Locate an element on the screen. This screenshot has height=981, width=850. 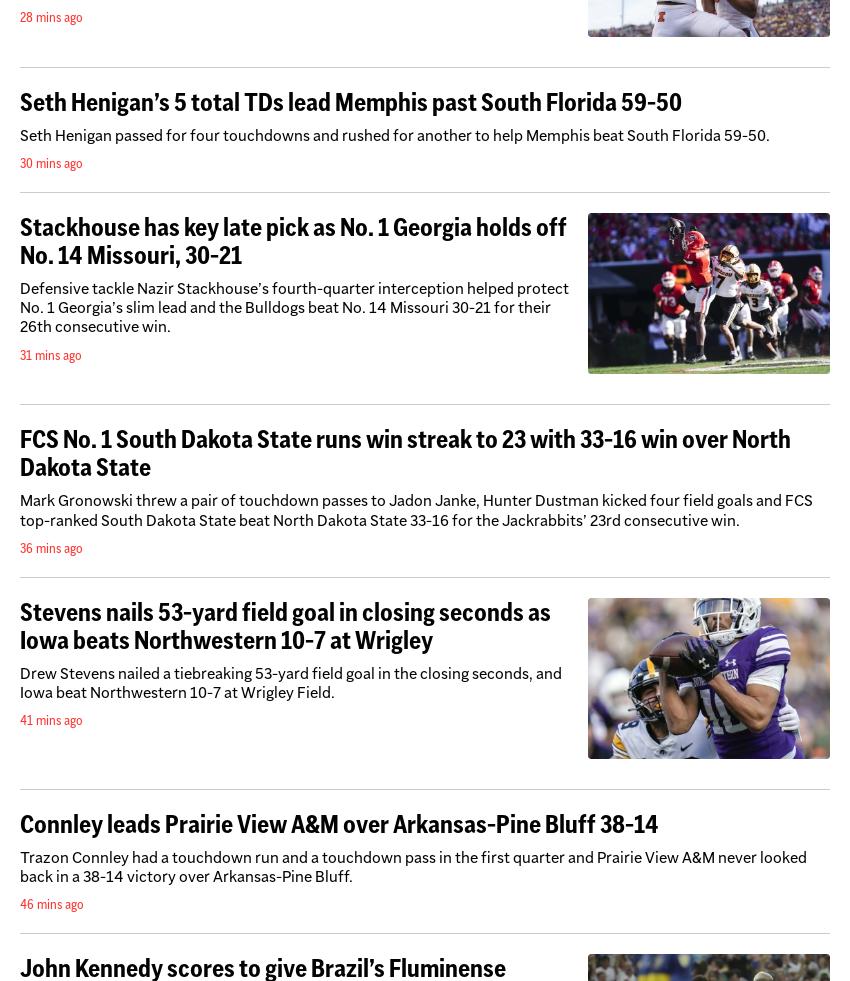
'Stackhouse has key late pick as No. 1 Georgia holds off No. 14 Missouri, 30-21' is located at coordinates (292, 240).